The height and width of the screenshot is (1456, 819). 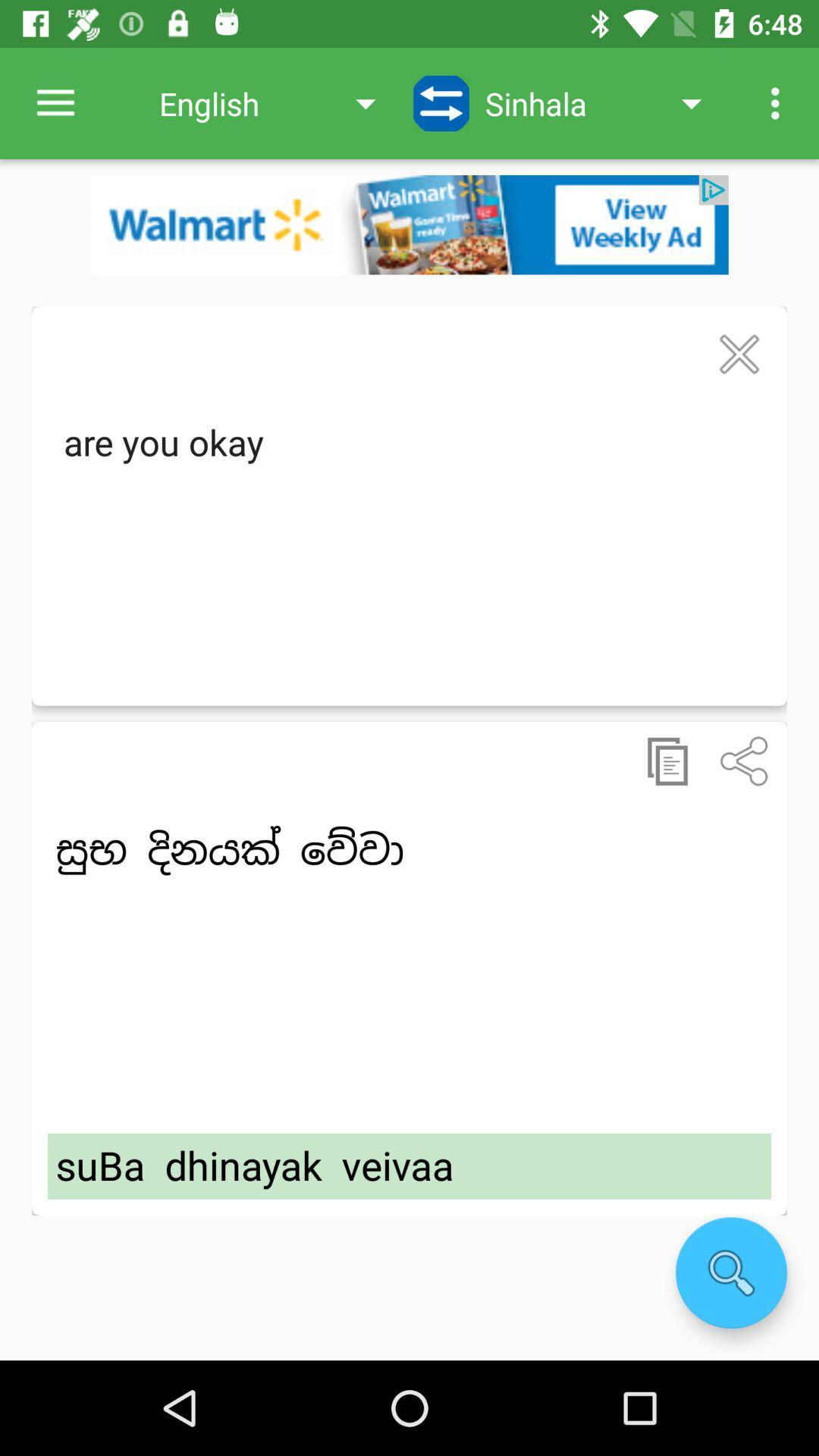 I want to click on item next to sinhala, so click(x=779, y=102).